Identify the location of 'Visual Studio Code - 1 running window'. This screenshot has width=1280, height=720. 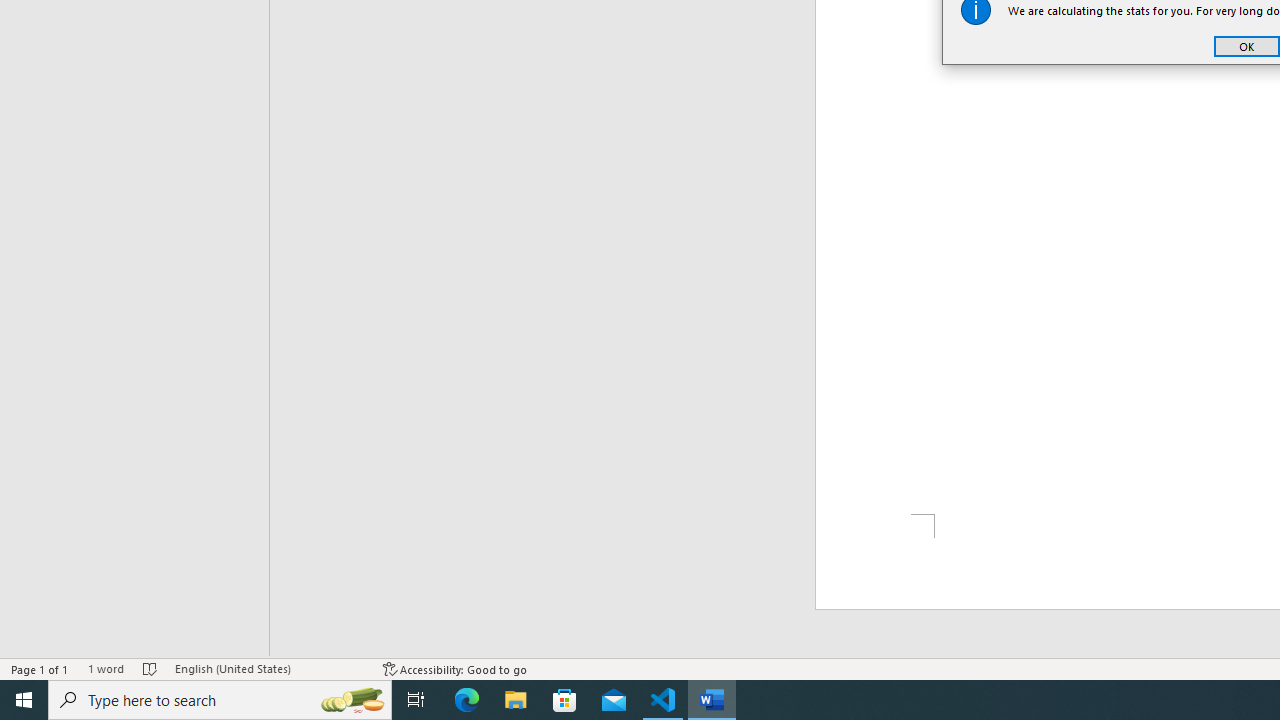
(663, 698).